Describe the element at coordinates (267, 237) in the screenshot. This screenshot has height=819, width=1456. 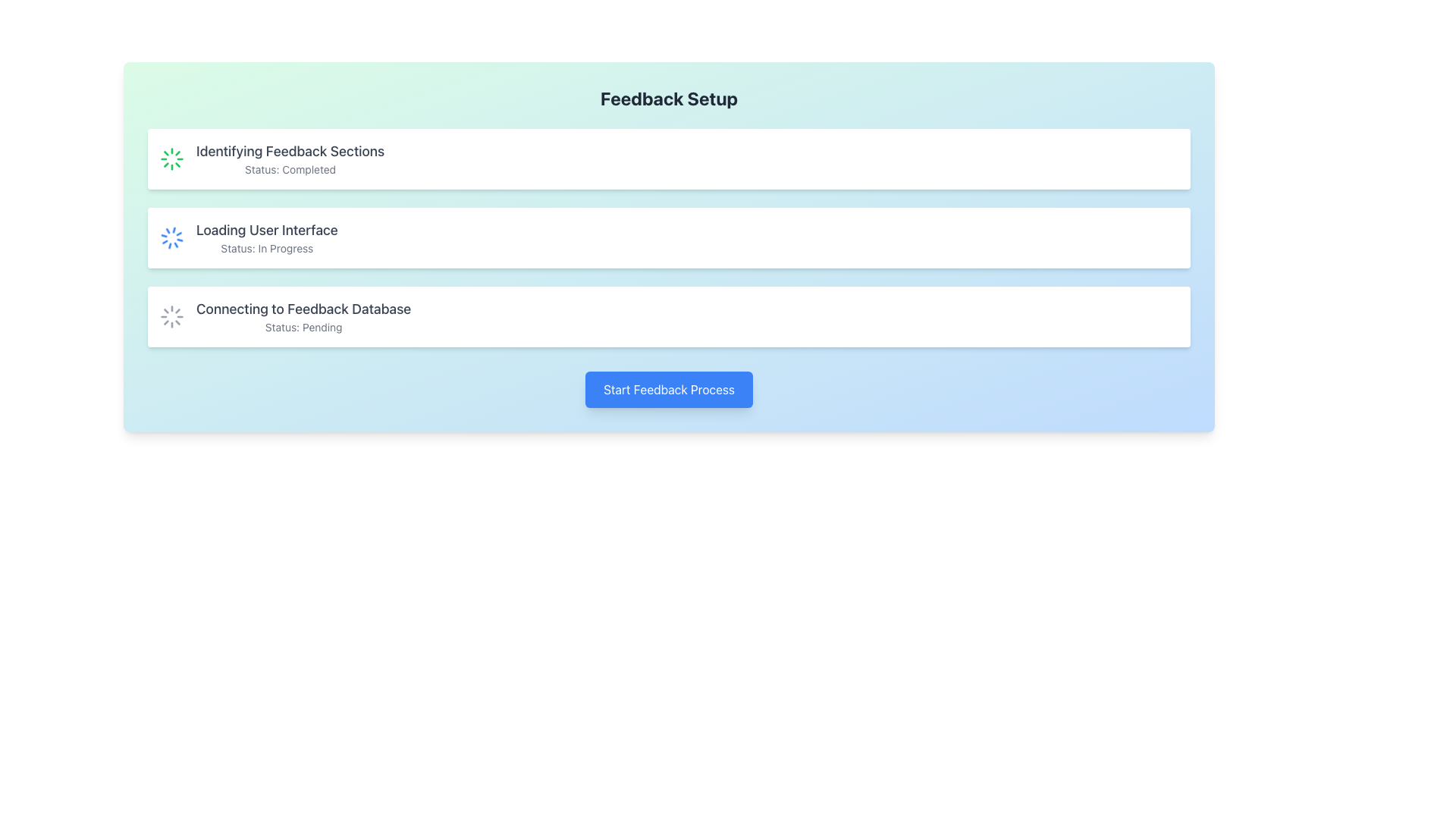
I see `the static text display that indicates 'Loading User Interface', positioned as the second item in a vertically stacked list between 'Identifying Feedback Sections' and 'Connecting to Feedback Database'` at that location.